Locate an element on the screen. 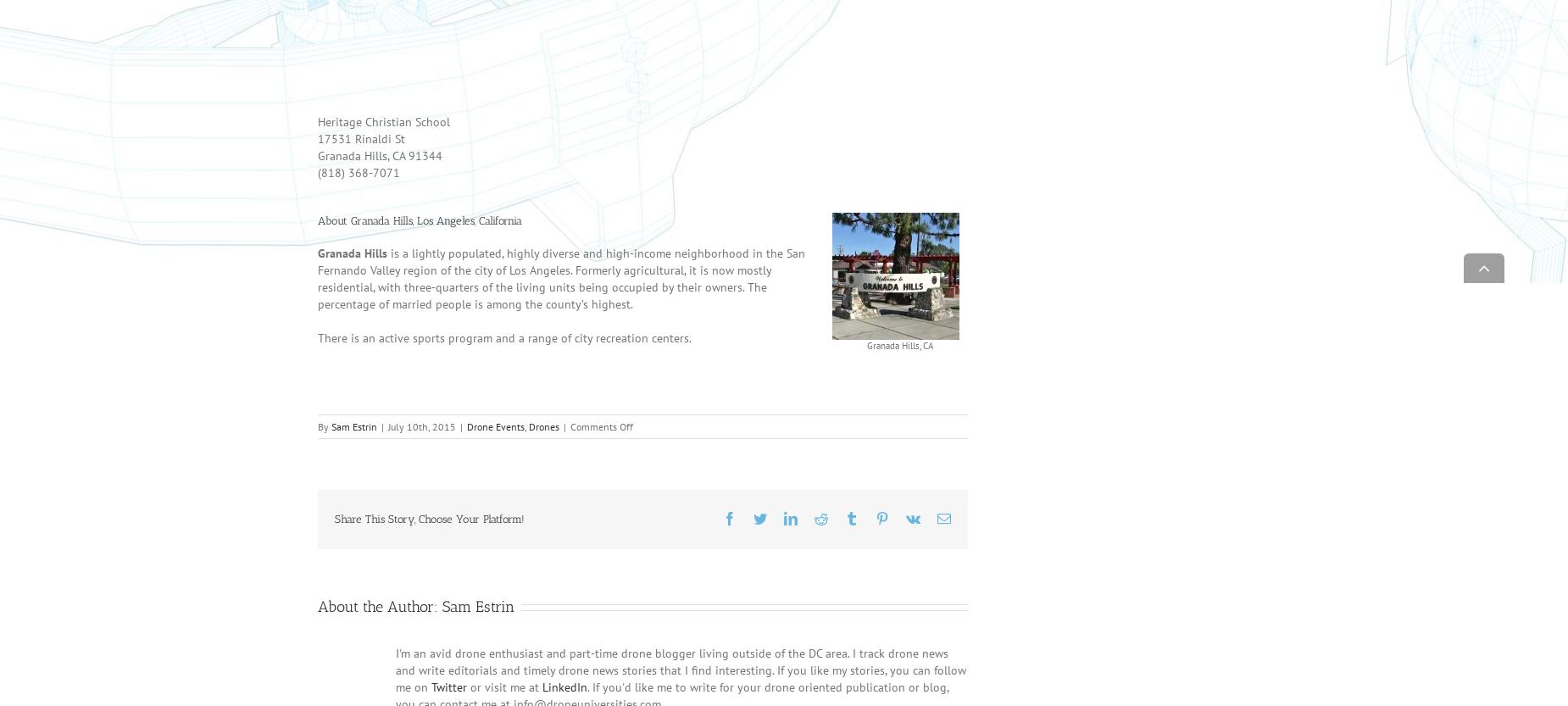  '17531 Rinaldi St' is located at coordinates (360, 161).